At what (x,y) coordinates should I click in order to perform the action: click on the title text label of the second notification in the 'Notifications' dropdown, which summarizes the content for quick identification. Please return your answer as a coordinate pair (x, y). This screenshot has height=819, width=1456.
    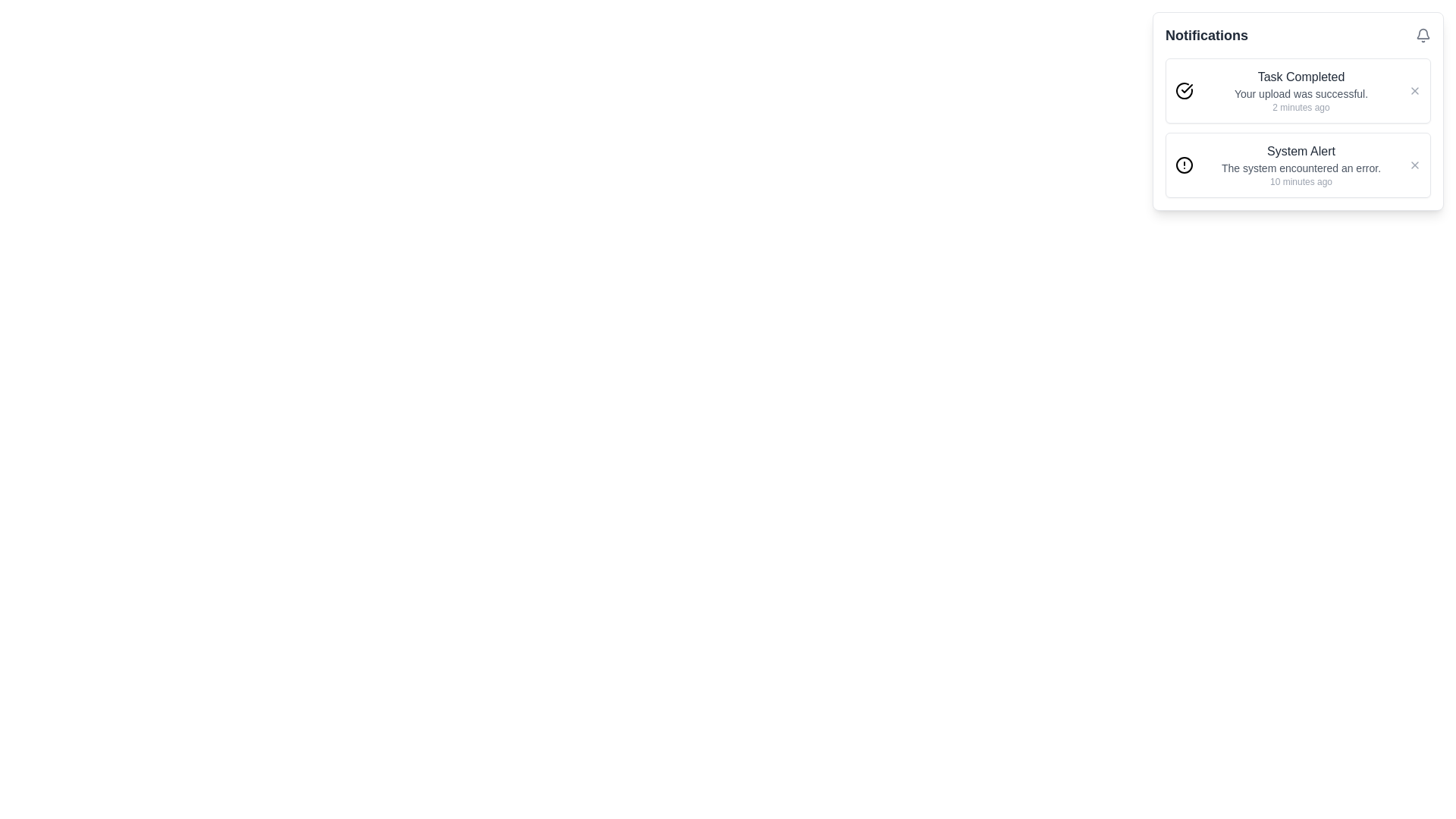
    Looking at the image, I should click on (1301, 152).